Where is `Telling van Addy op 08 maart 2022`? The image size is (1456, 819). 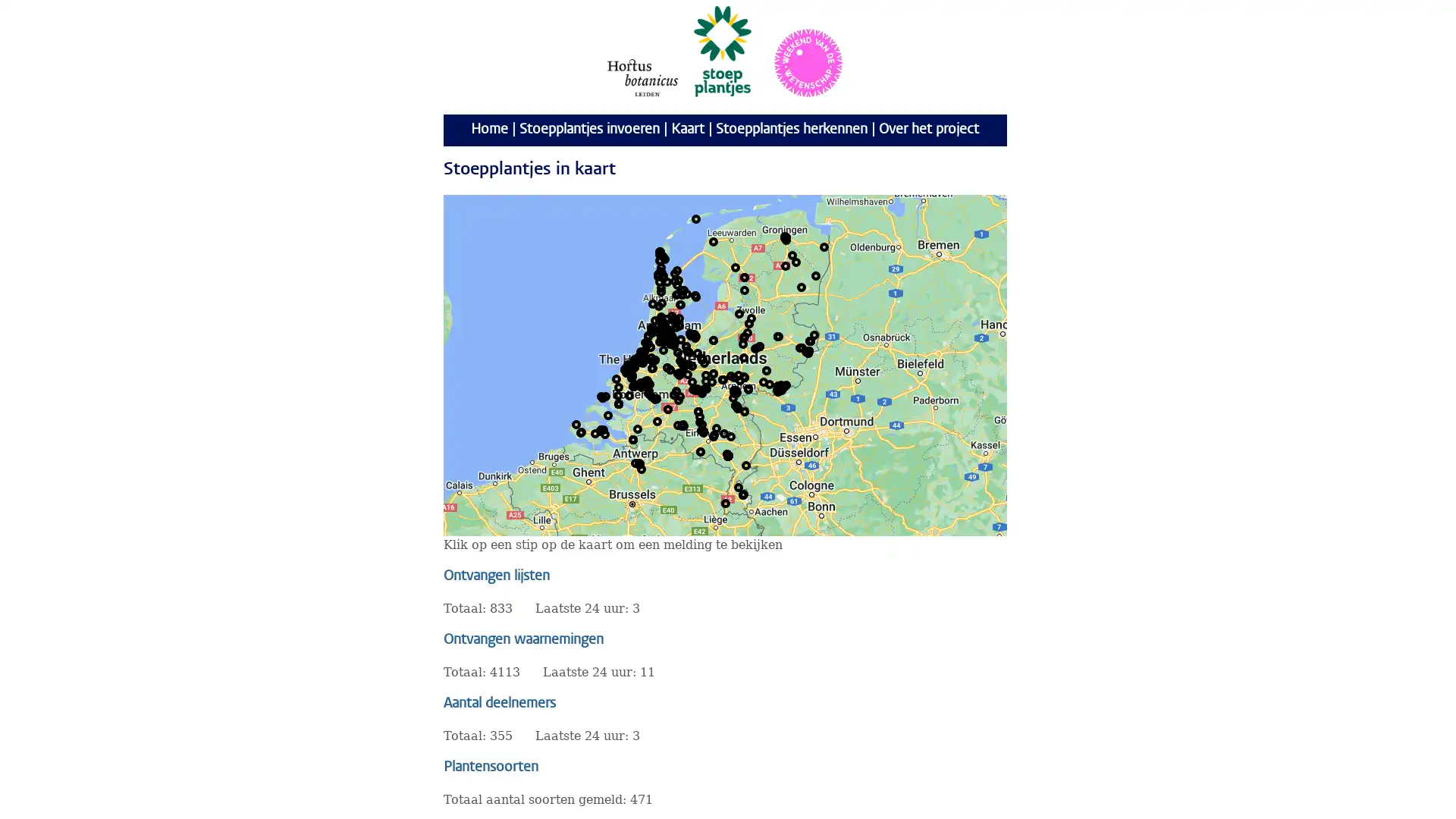
Telling van Addy op 08 maart 2022 is located at coordinates (665, 322).